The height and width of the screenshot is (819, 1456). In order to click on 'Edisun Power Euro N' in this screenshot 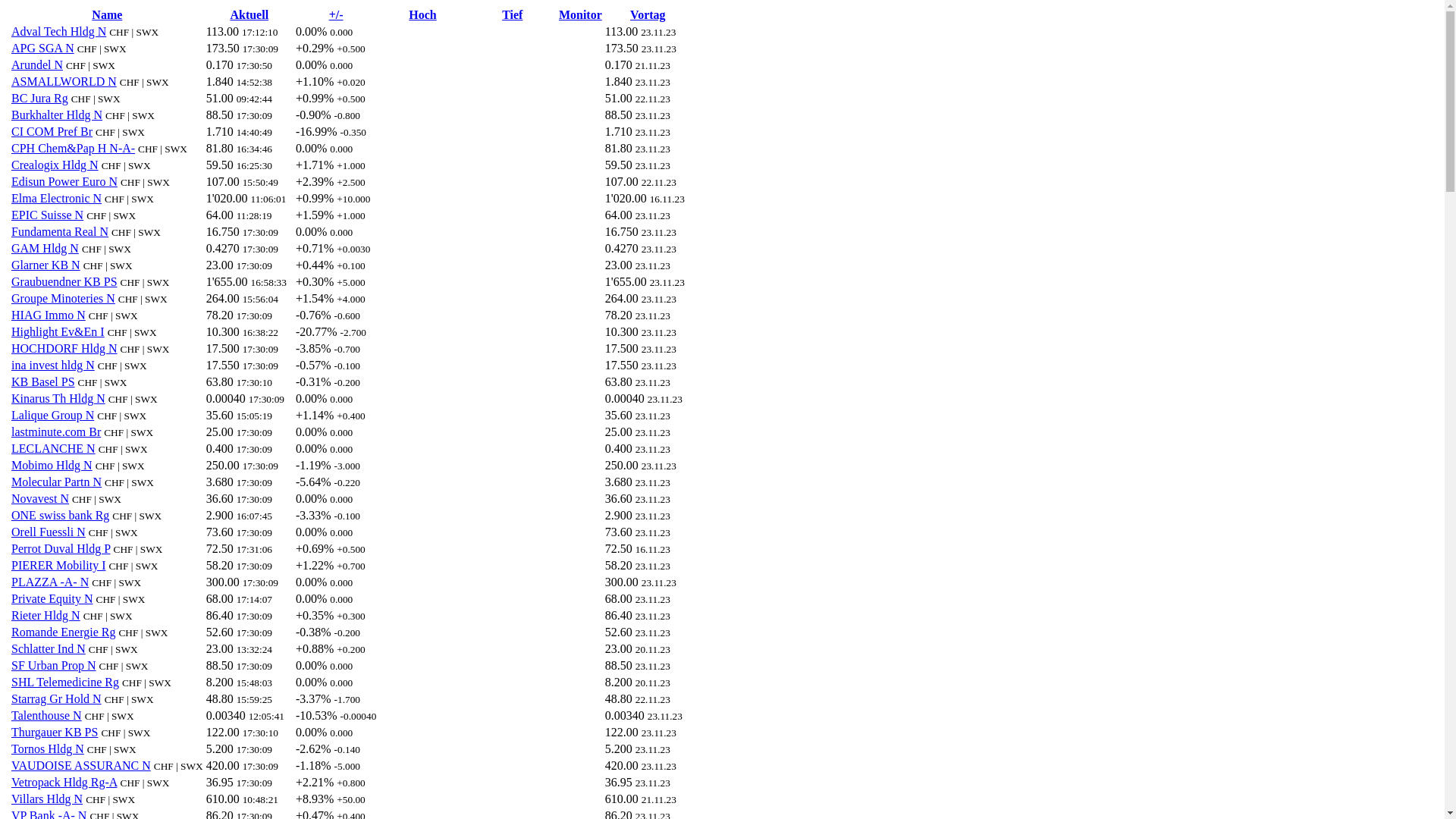, I will do `click(64, 180)`.